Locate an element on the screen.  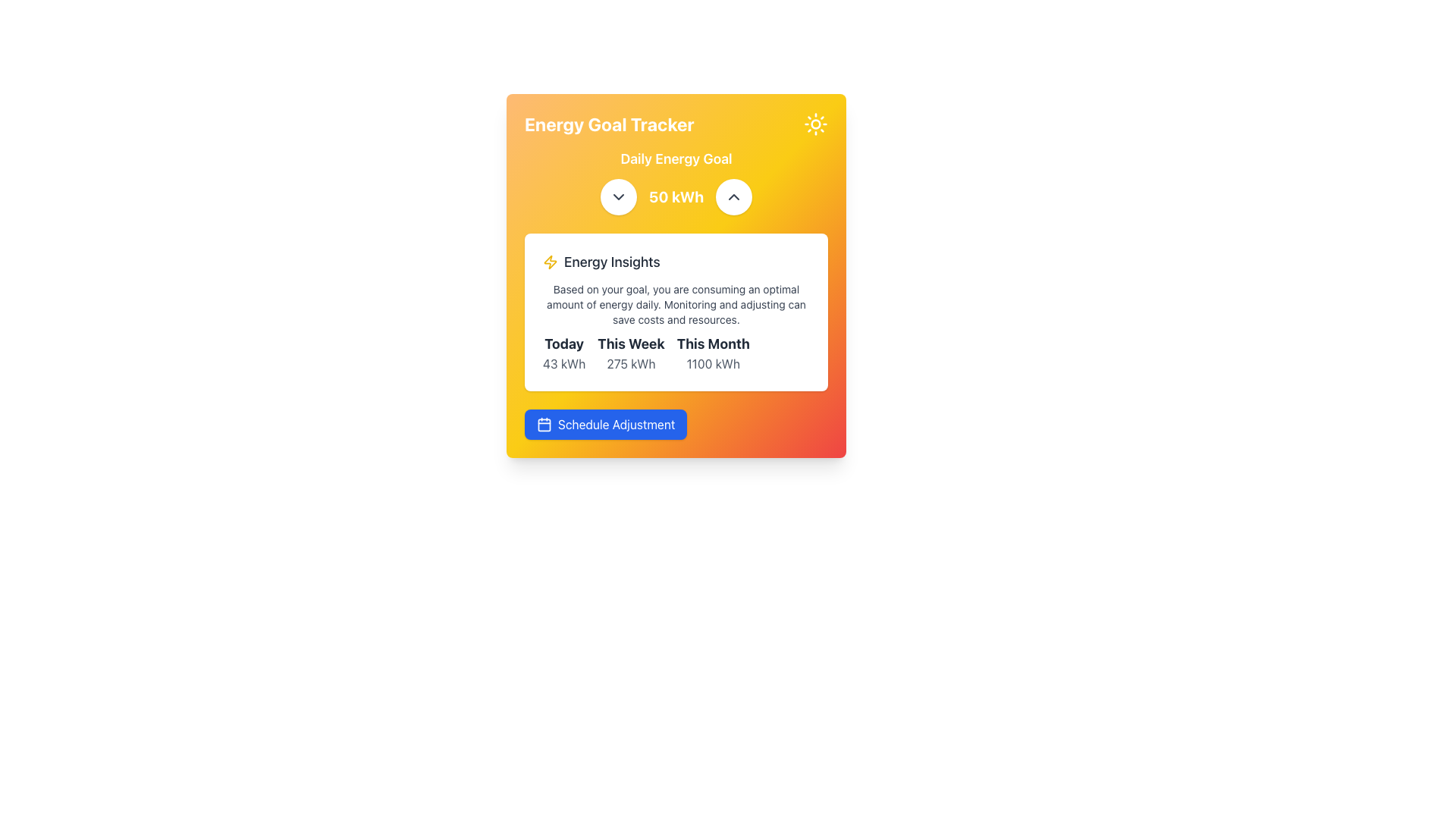
the circular button with a downward-pointing chevron icon to decrease the energy goal value, located to the left of the '50 kWh' text is located at coordinates (618, 196).